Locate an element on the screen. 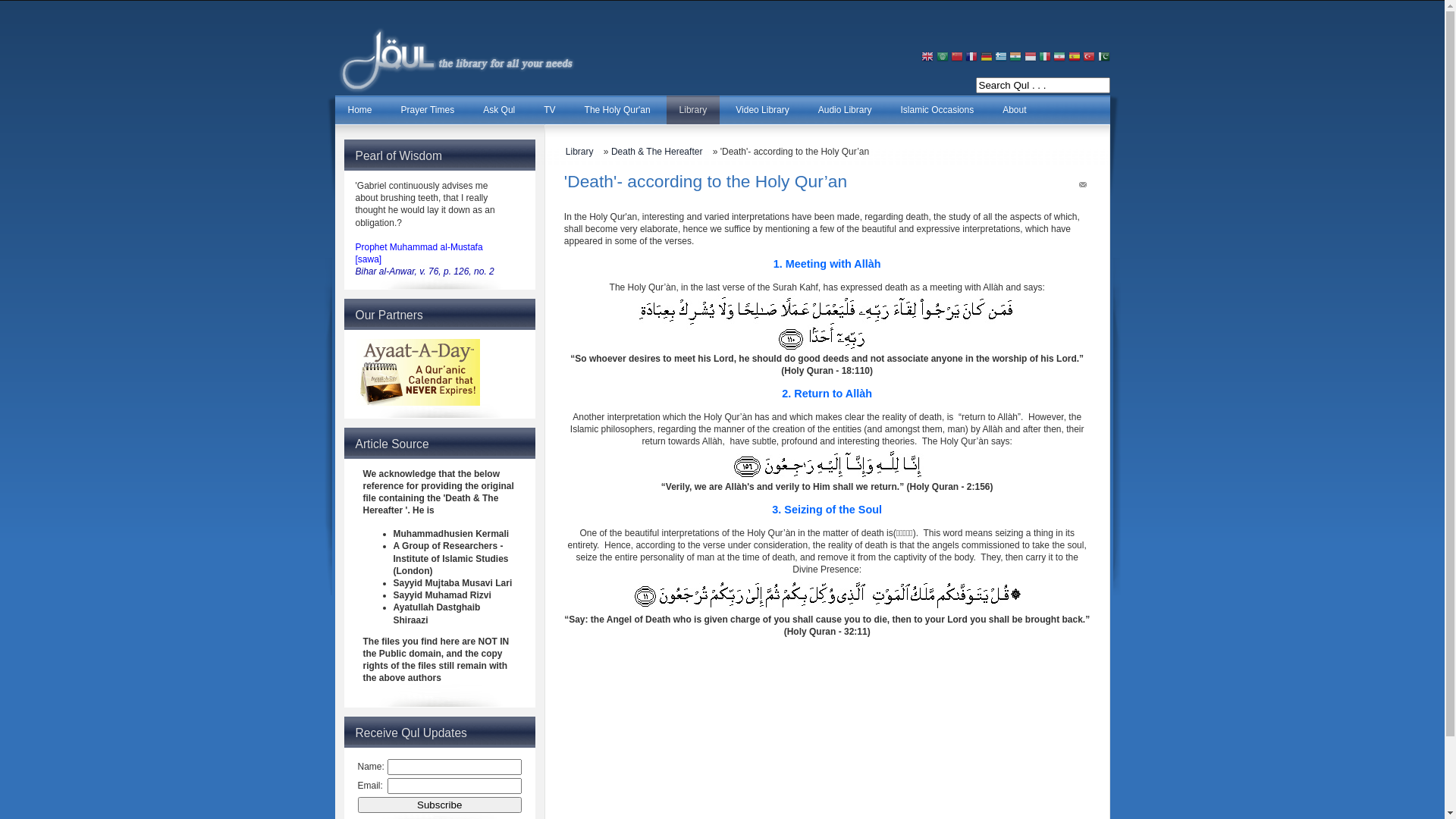  'Greek' is located at coordinates (1001, 57).